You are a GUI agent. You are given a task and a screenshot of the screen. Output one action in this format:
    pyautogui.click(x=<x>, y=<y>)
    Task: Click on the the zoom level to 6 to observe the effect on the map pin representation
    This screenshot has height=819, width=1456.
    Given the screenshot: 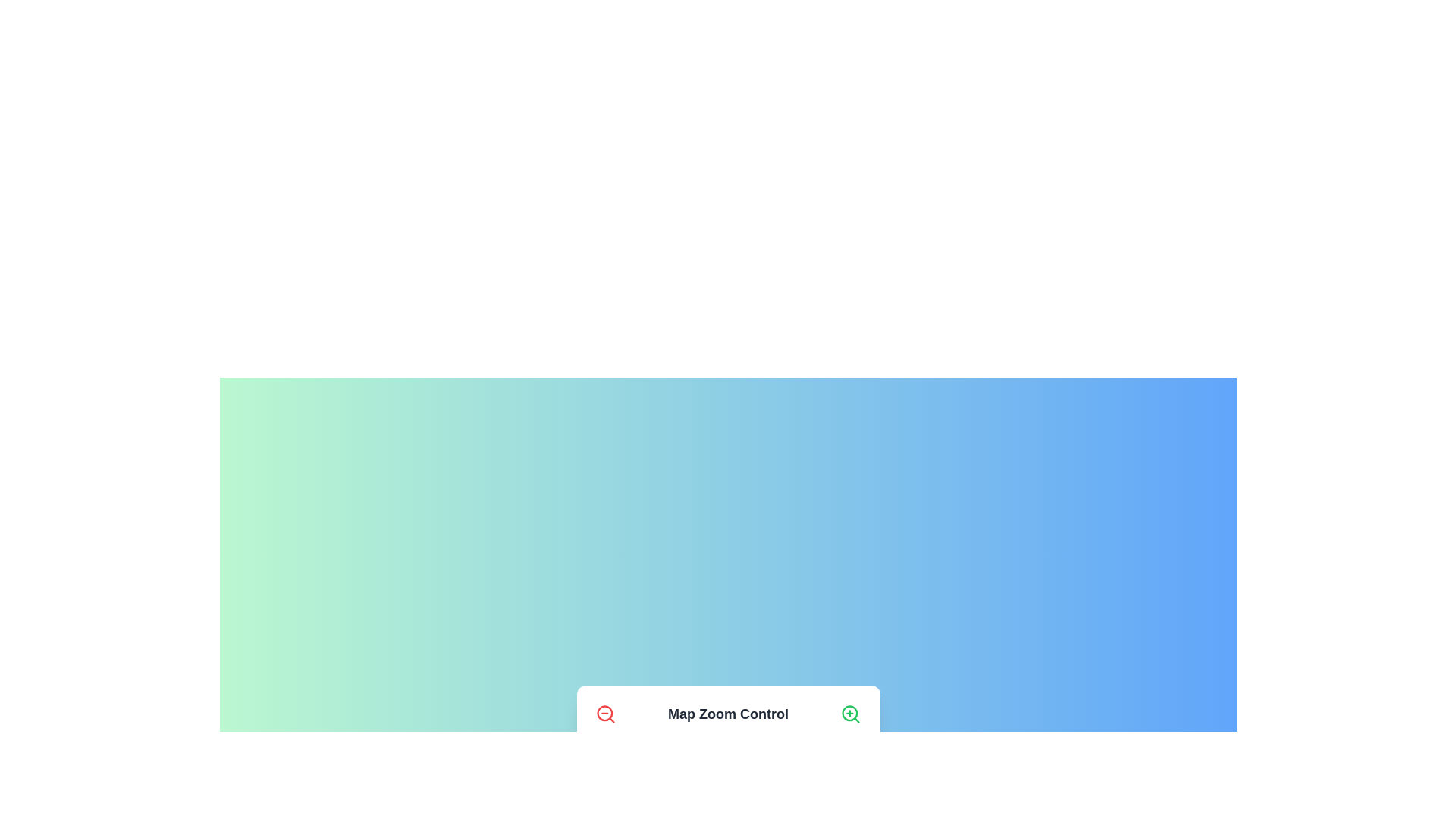 What is the action you would take?
    pyautogui.click(x=742, y=761)
    